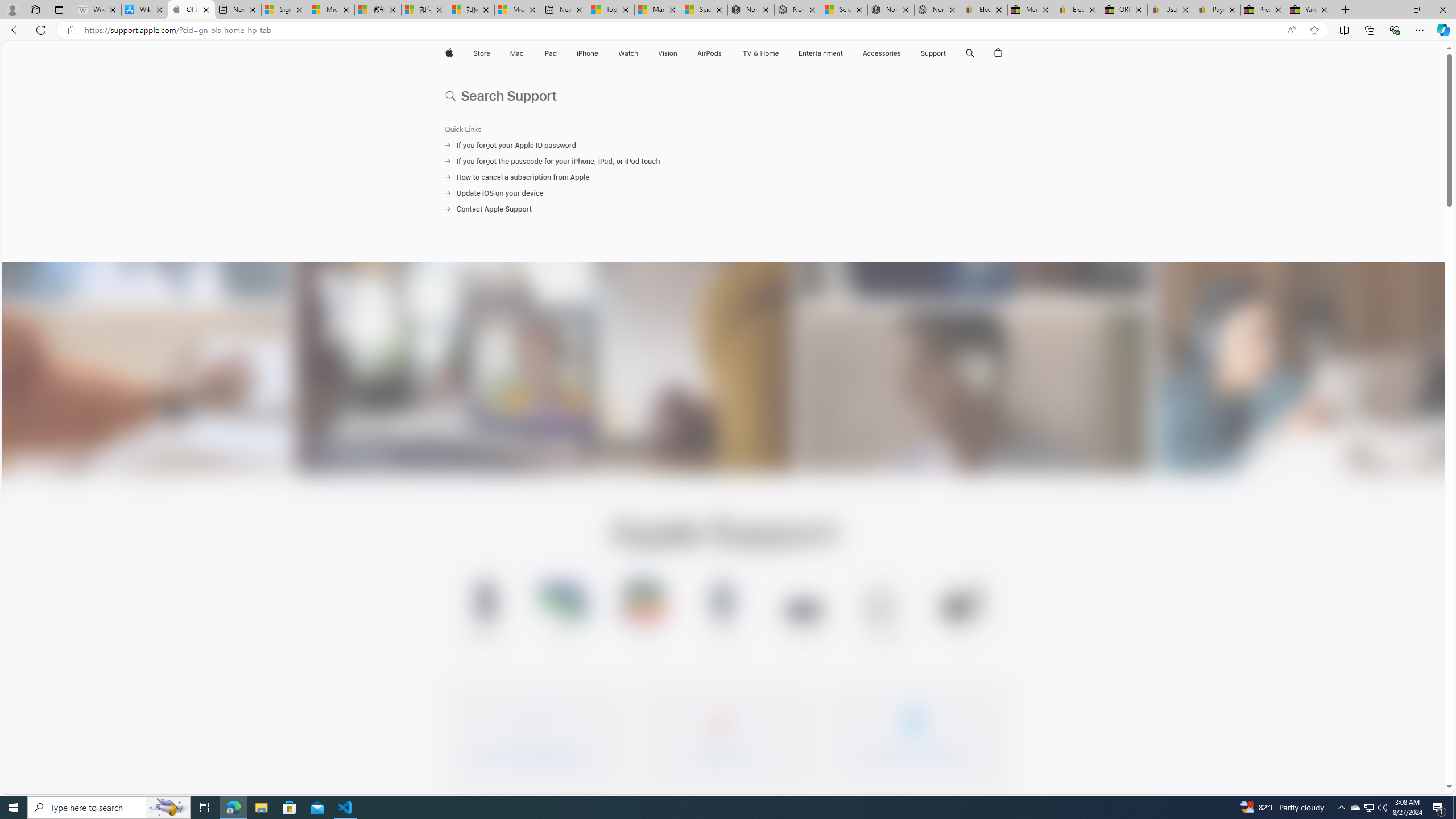 Image resolution: width=1456 pixels, height=819 pixels. I want to click on 'If you forgot your Apple ID password', so click(723, 144).